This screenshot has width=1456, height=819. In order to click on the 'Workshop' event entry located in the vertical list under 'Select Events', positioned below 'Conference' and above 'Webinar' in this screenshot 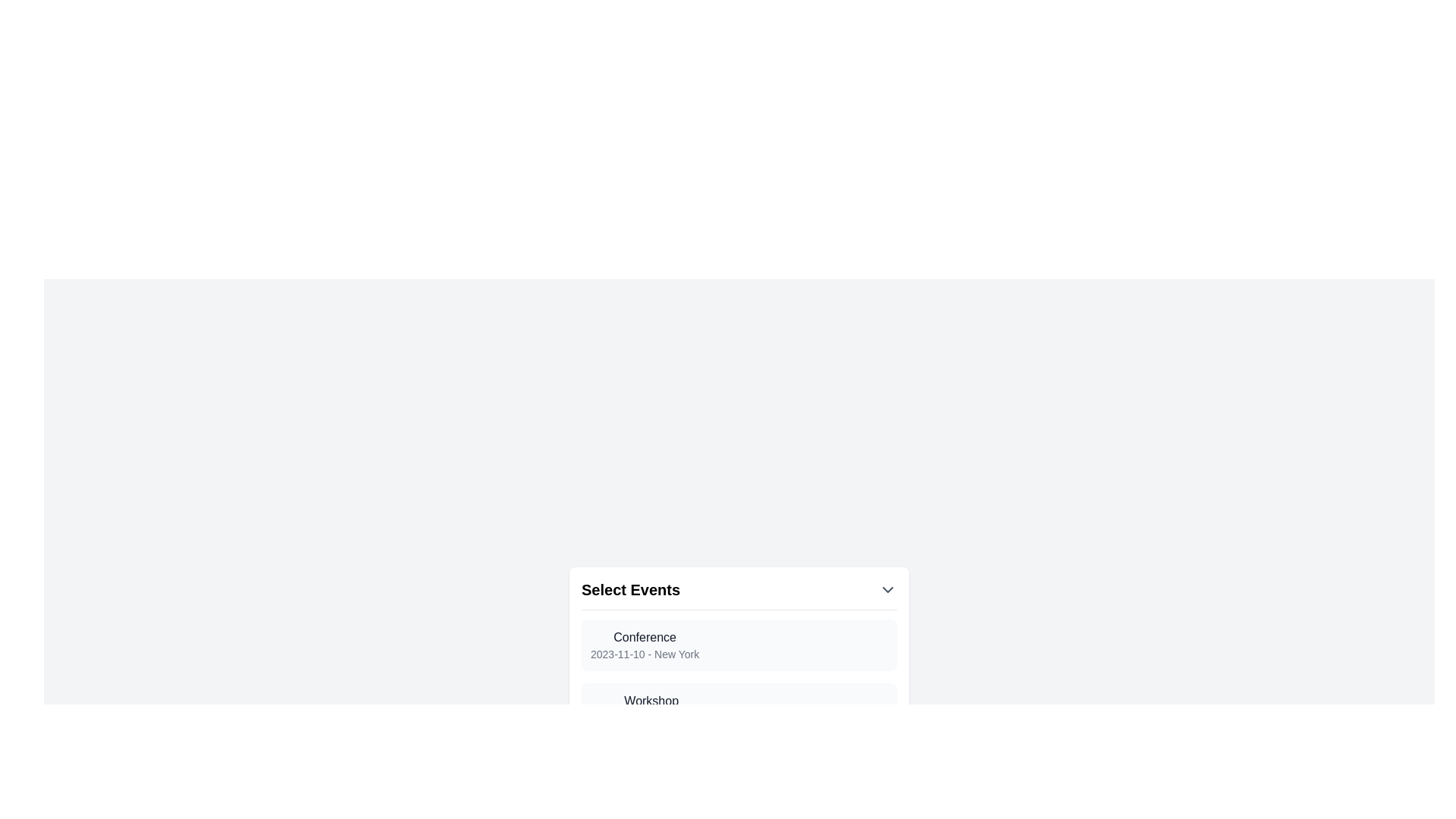, I will do `click(739, 708)`.